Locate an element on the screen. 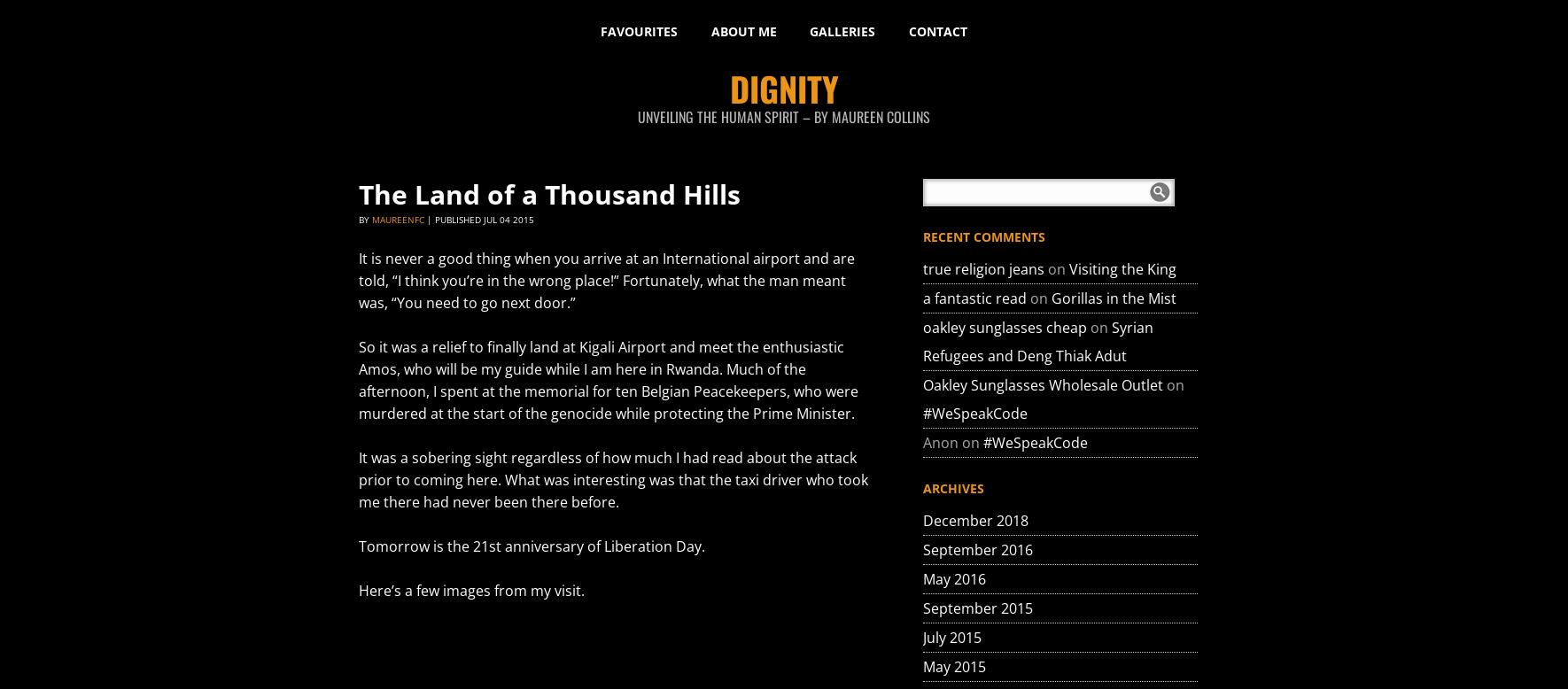 The width and height of the screenshot is (1568, 689). 'Tomorrow is the 21st anniversary of Liberation Day.' is located at coordinates (531, 546).